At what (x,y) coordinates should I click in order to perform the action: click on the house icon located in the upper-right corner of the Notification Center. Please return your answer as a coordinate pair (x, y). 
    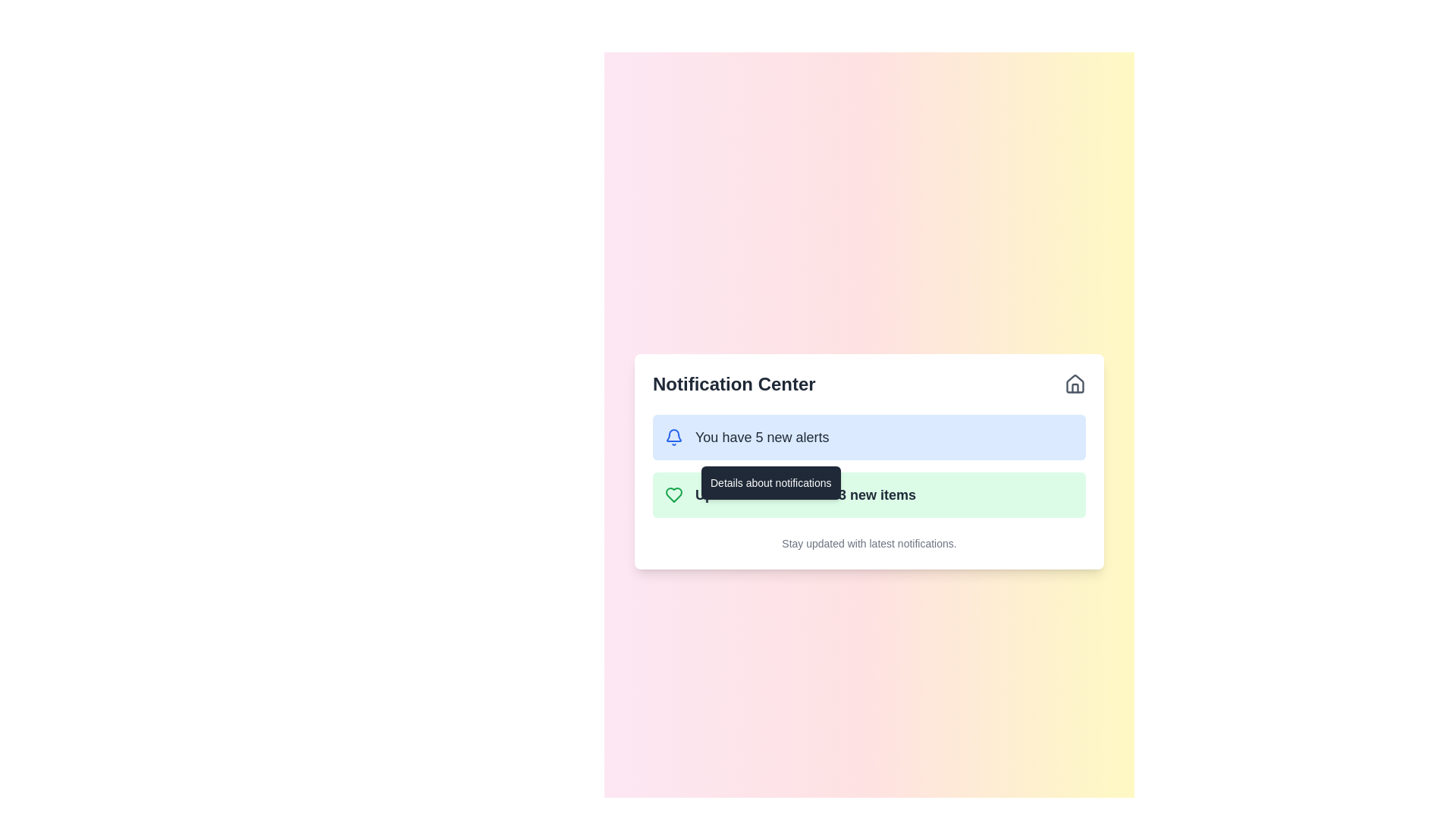
    Looking at the image, I should click on (1074, 388).